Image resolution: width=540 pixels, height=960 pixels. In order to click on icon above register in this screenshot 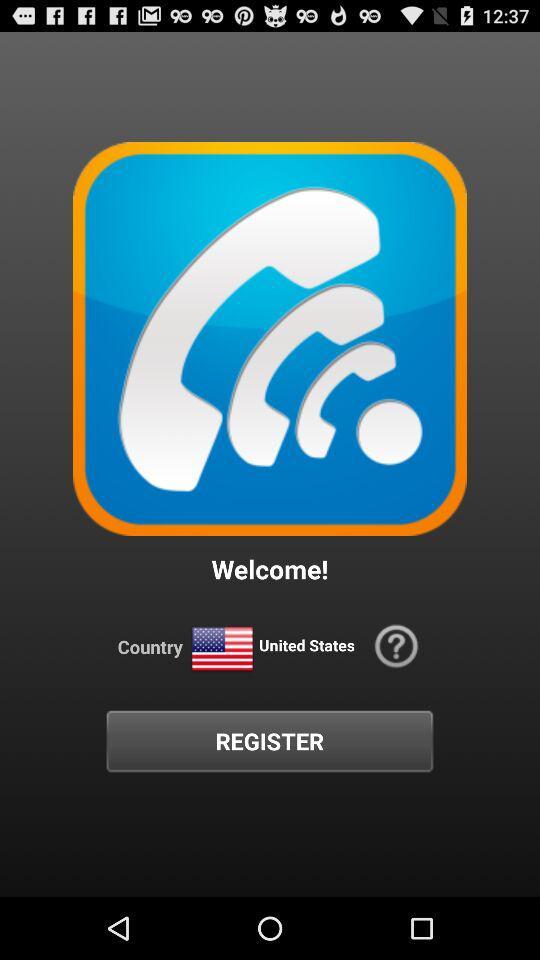, I will do `click(221, 648)`.